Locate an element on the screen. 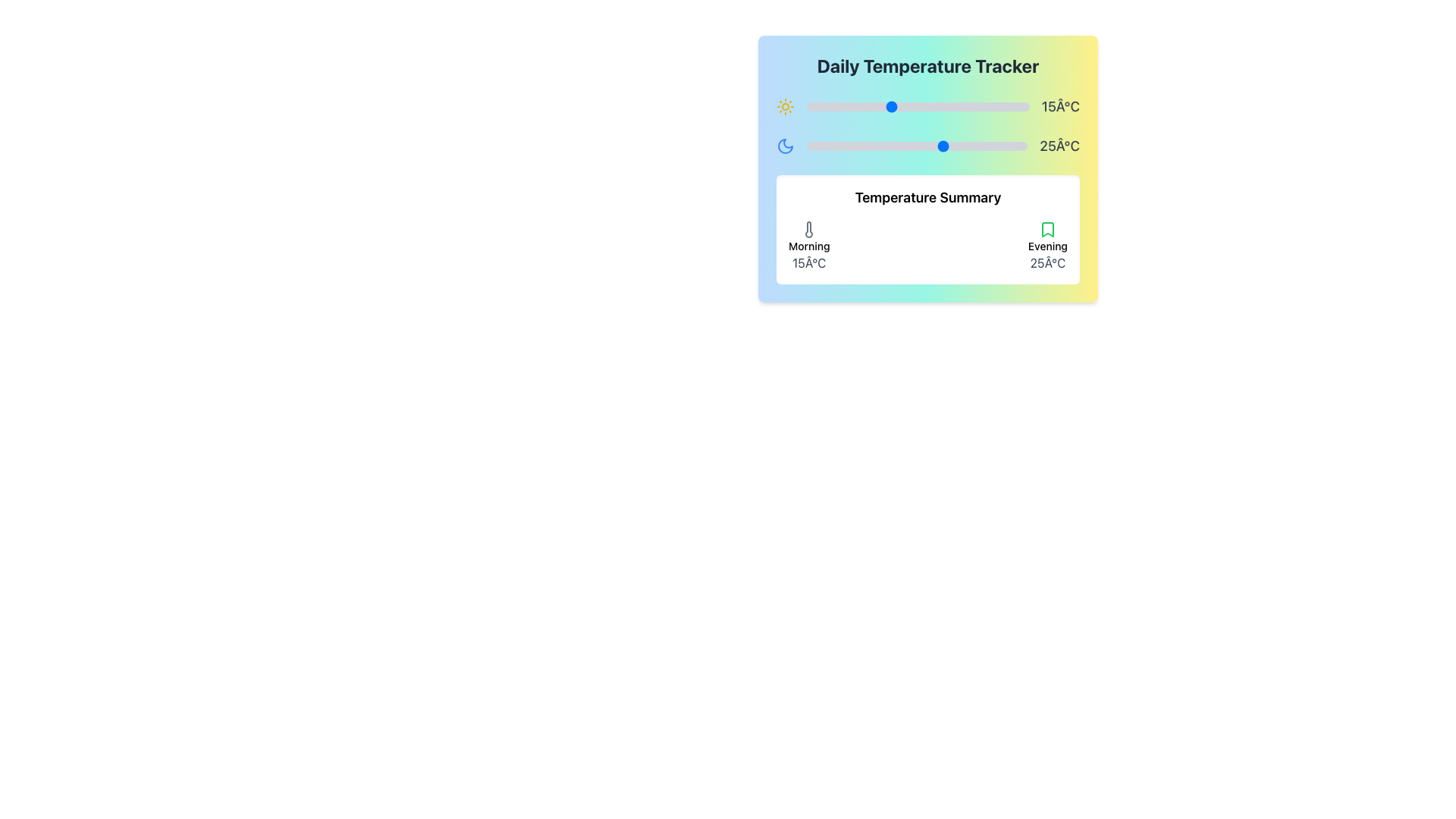 The width and height of the screenshot is (1456, 819). the slider value is located at coordinates (883, 146).